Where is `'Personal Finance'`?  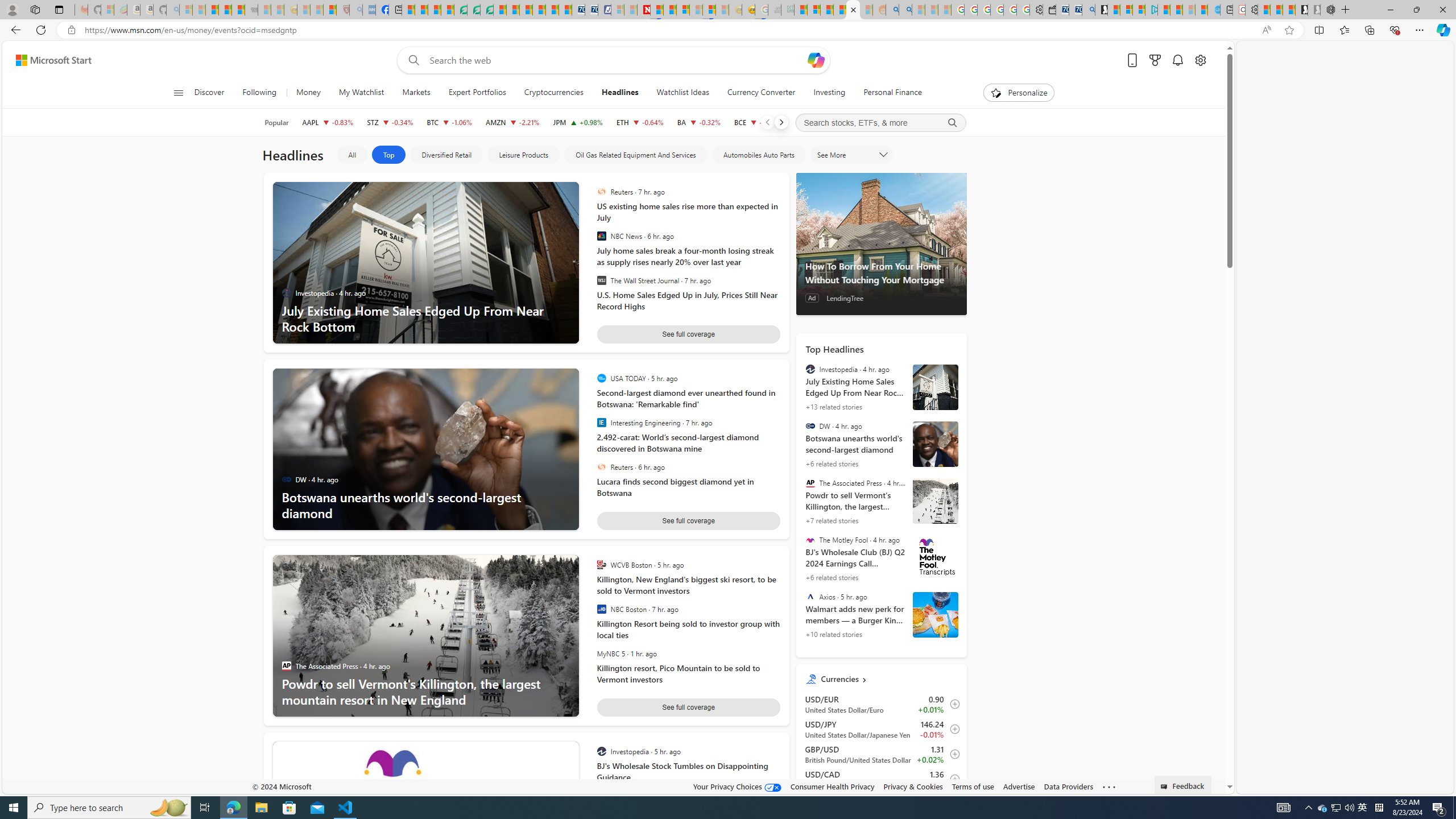
'Personal Finance' is located at coordinates (888, 92).